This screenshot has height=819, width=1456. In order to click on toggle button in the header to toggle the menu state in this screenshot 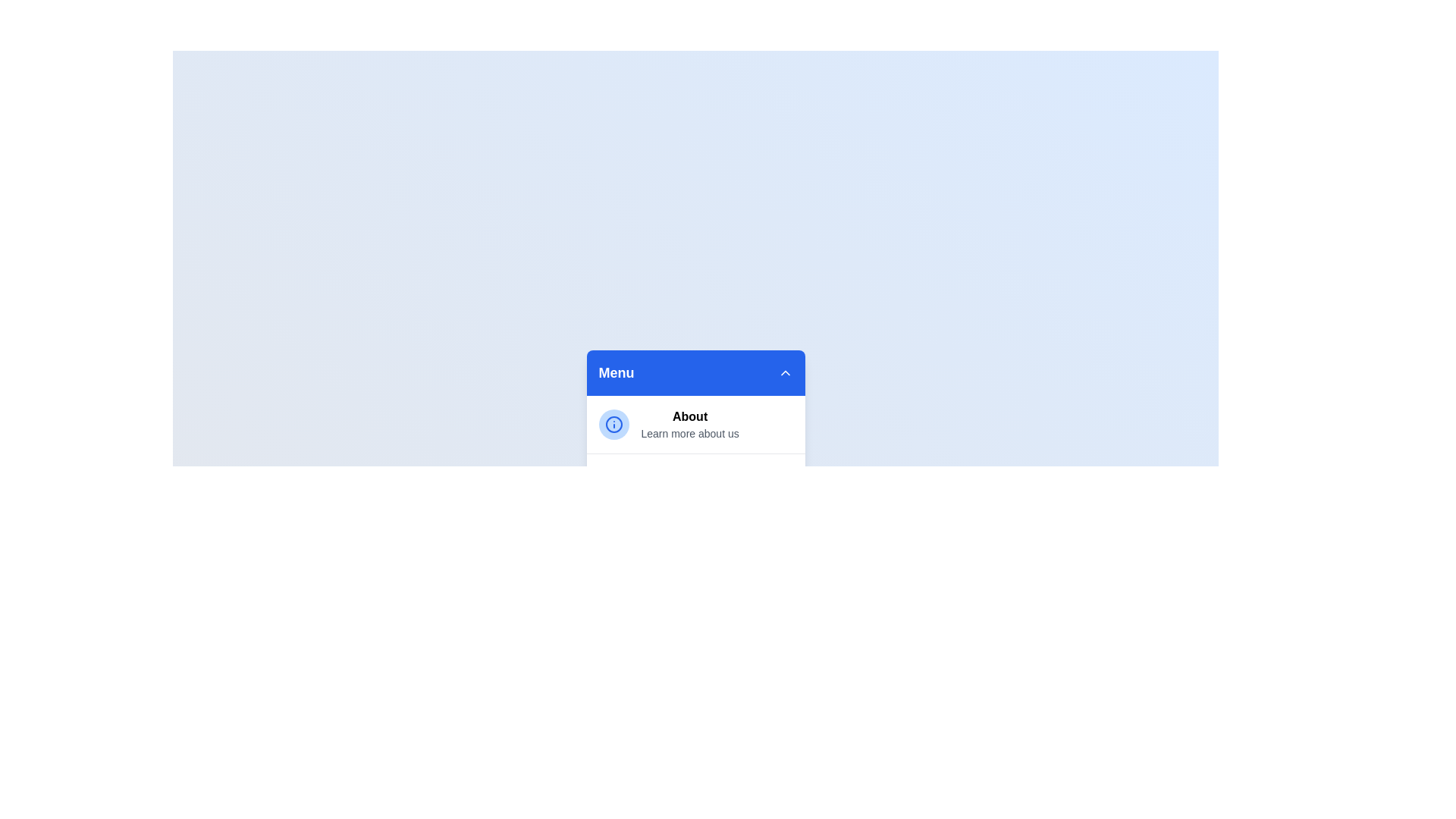, I will do `click(785, 373)`.